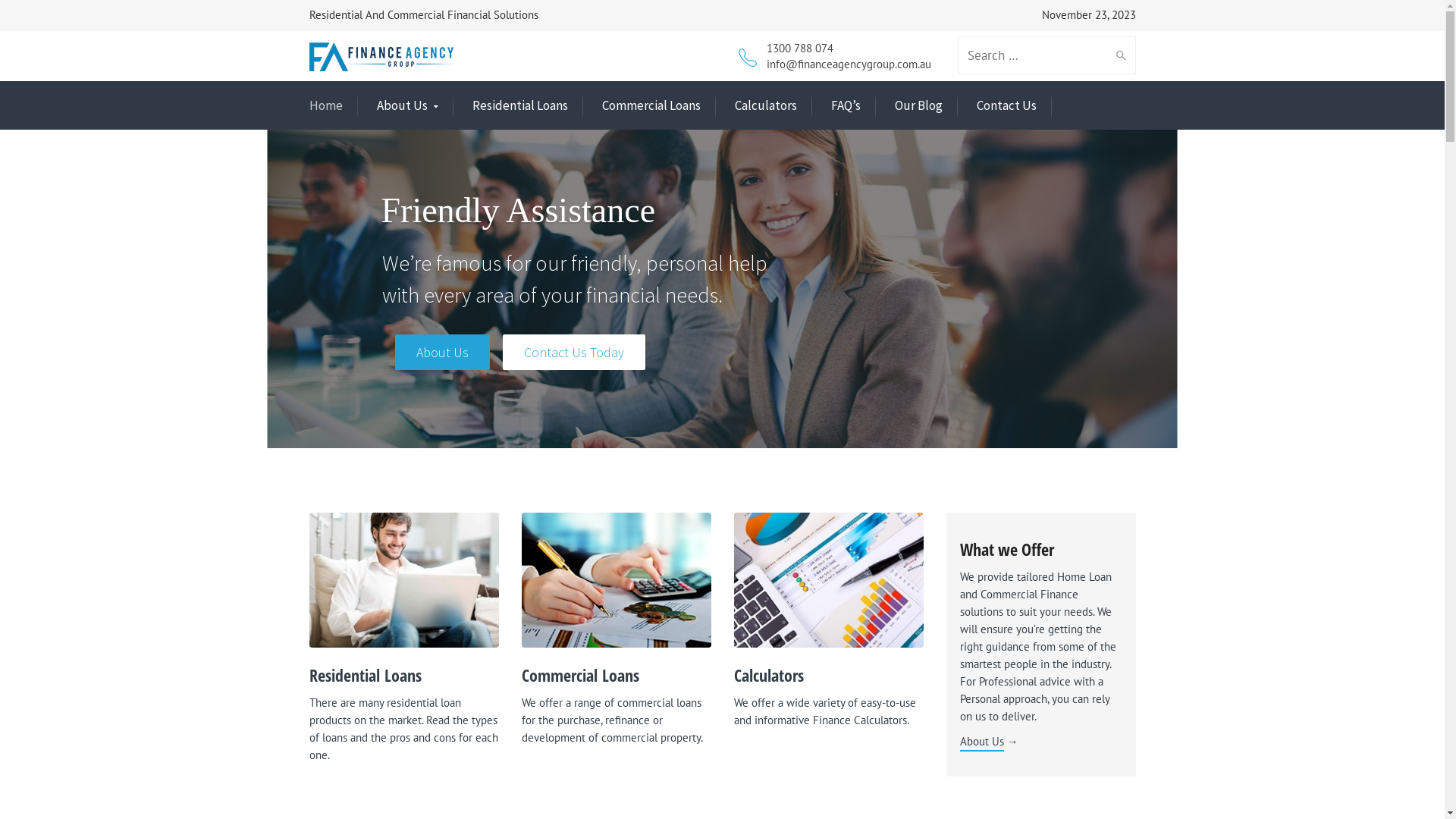  Describe the element at coordinates (651, 105) in the screenshot. I see `'Commercial Loans'` at that location.